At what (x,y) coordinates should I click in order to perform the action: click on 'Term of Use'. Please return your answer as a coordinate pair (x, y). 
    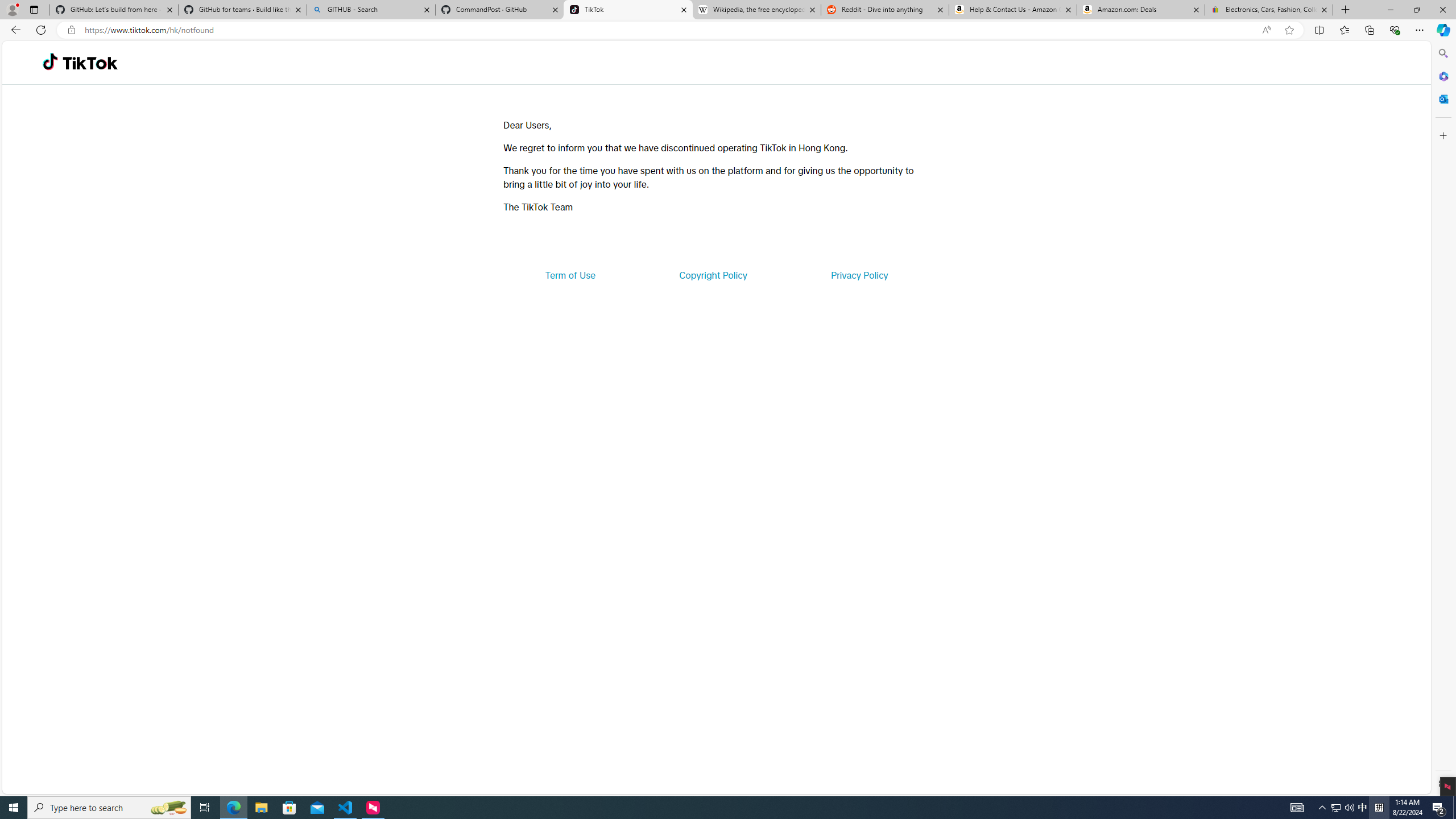
    Looking at the image, I should click on (570, 274).